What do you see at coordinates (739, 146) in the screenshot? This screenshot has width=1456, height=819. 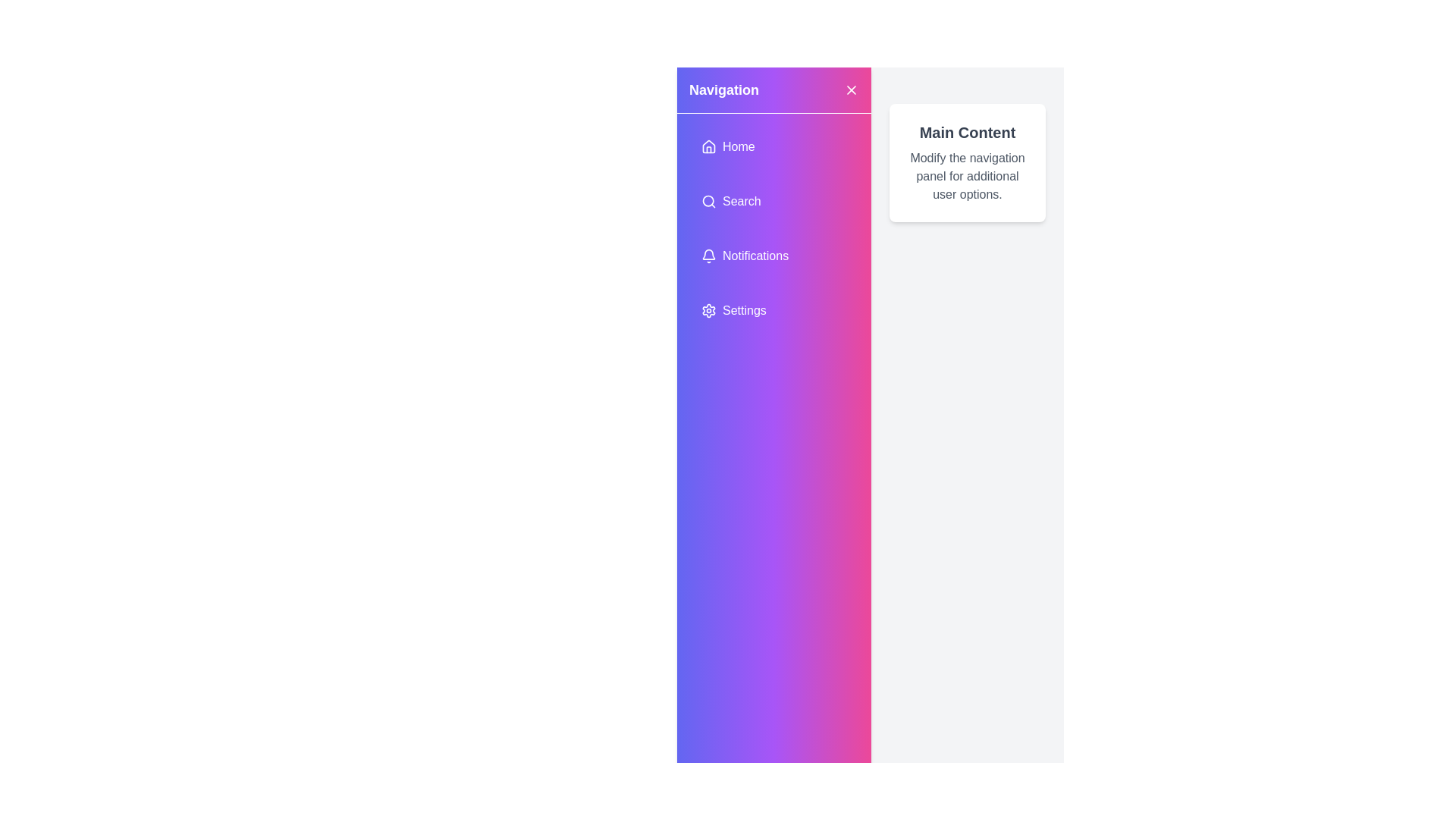 I see `the 'Home' navigation label located in the upper portion of the navigation panel next to the house-shaped icon` at bounding box center [739, 146].